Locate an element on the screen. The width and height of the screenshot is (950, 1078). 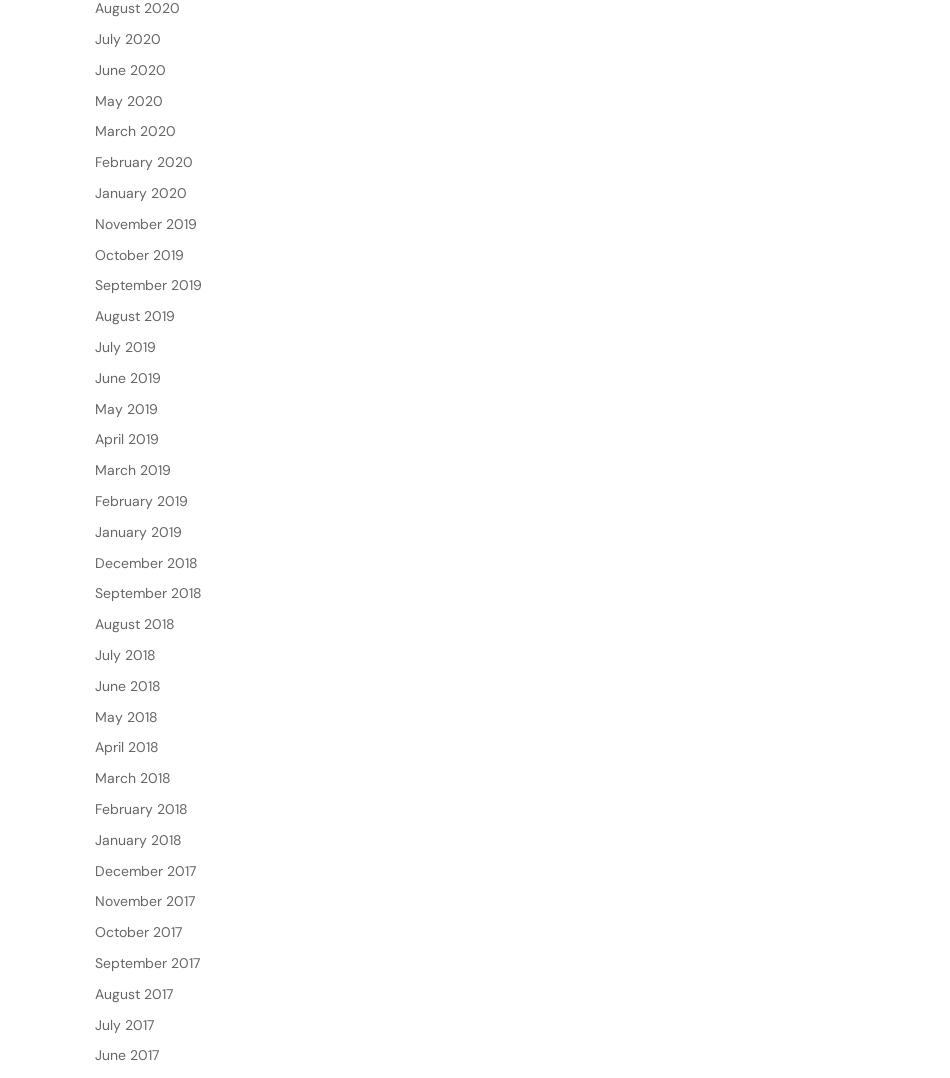
'August 2020' is located at coordinates (137, 72).